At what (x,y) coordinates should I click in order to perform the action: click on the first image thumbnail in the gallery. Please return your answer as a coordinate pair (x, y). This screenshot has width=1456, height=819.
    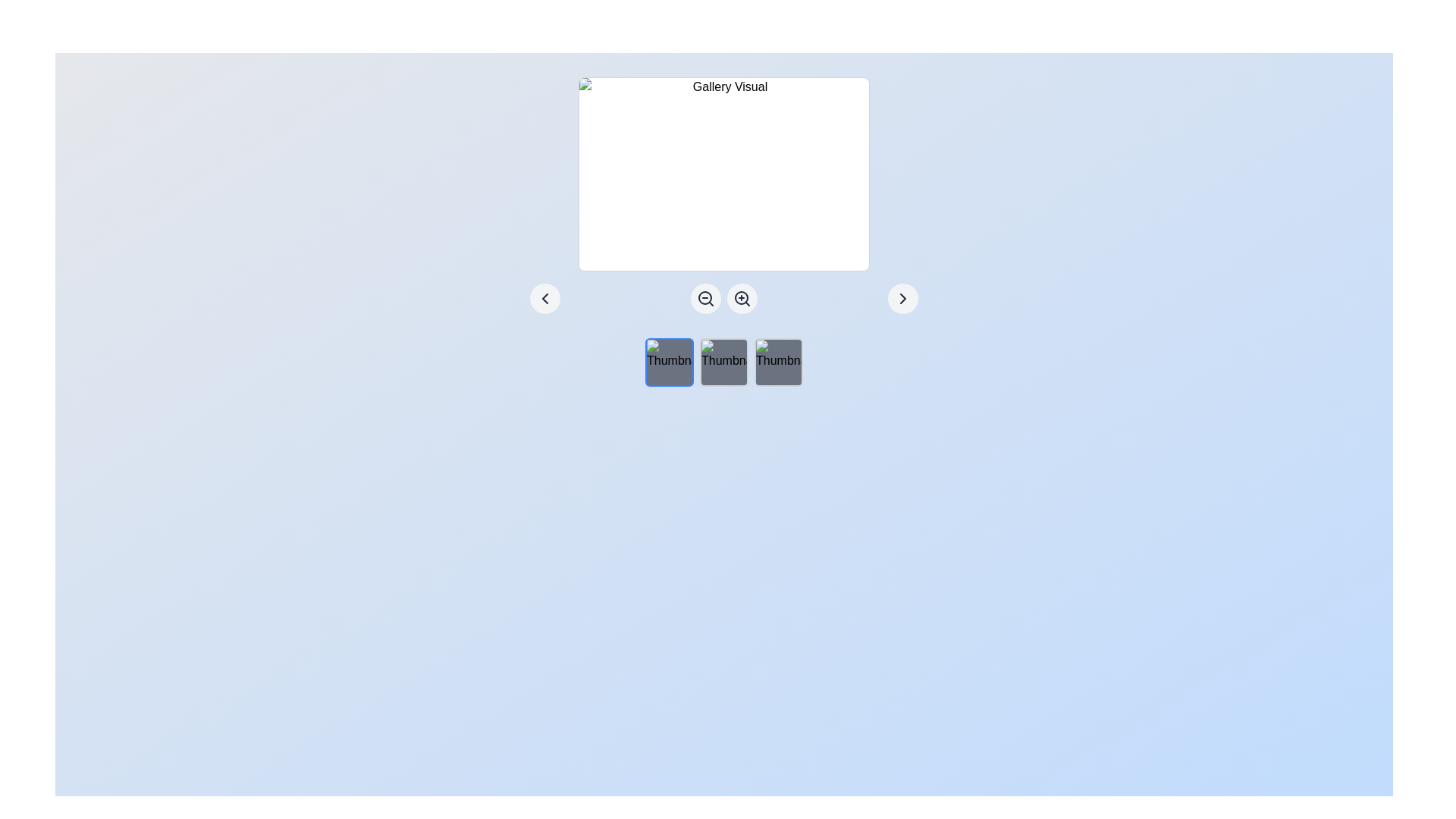
    Looking at the image, I should click on (669, 362).